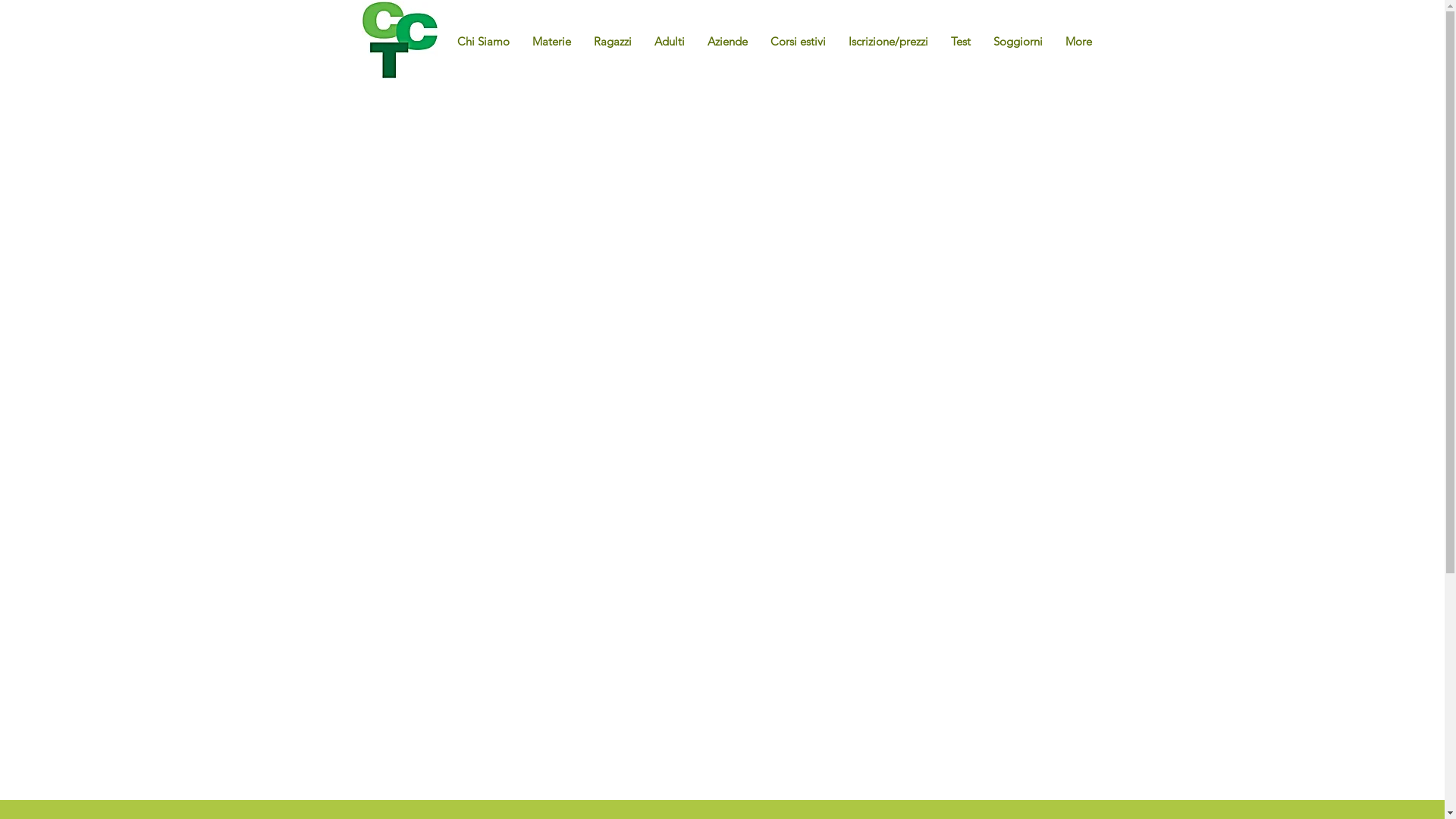  Describe the element at coordinates (726, 40) in the screenshot. I see `'Aziende'` at that location.